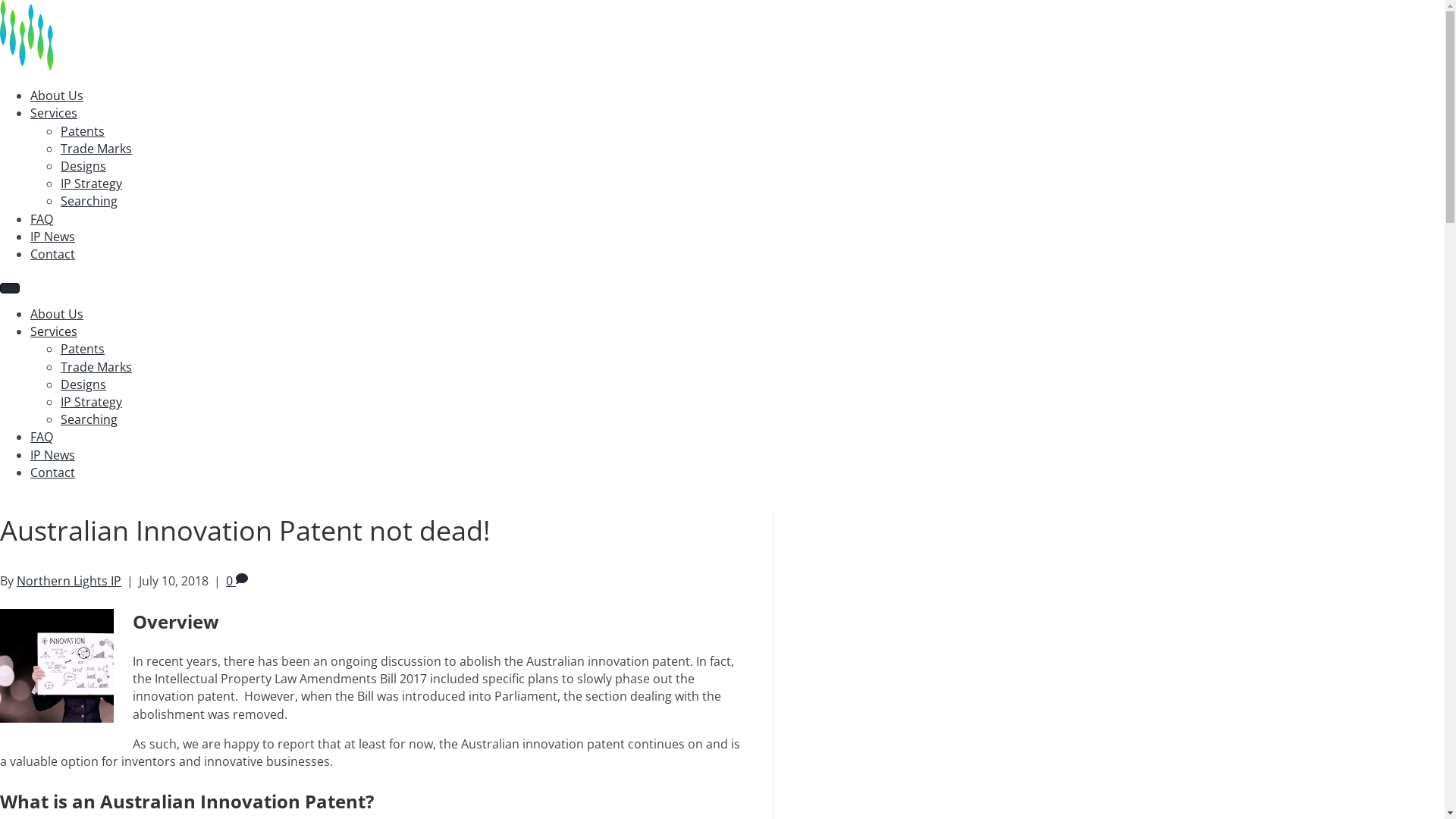  Describe the element at coordinates (236, 580) in the screenshot. I see `'0'` at that location.